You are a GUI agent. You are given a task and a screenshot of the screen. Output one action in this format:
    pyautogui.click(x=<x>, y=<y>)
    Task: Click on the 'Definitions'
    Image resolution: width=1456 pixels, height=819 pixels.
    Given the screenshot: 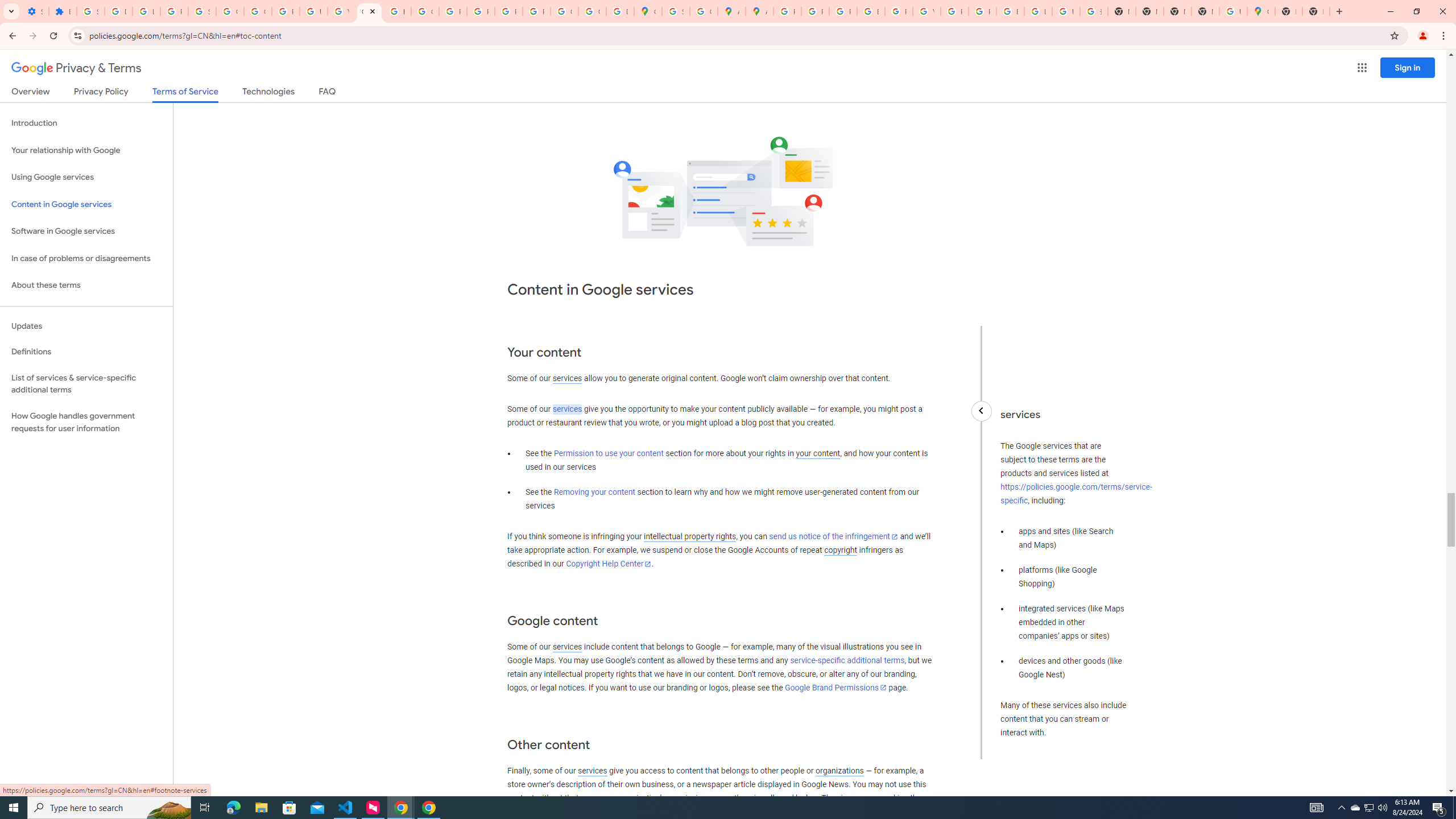 What is the action you would take?
    pyautogui.click(x=86, y=351)
    